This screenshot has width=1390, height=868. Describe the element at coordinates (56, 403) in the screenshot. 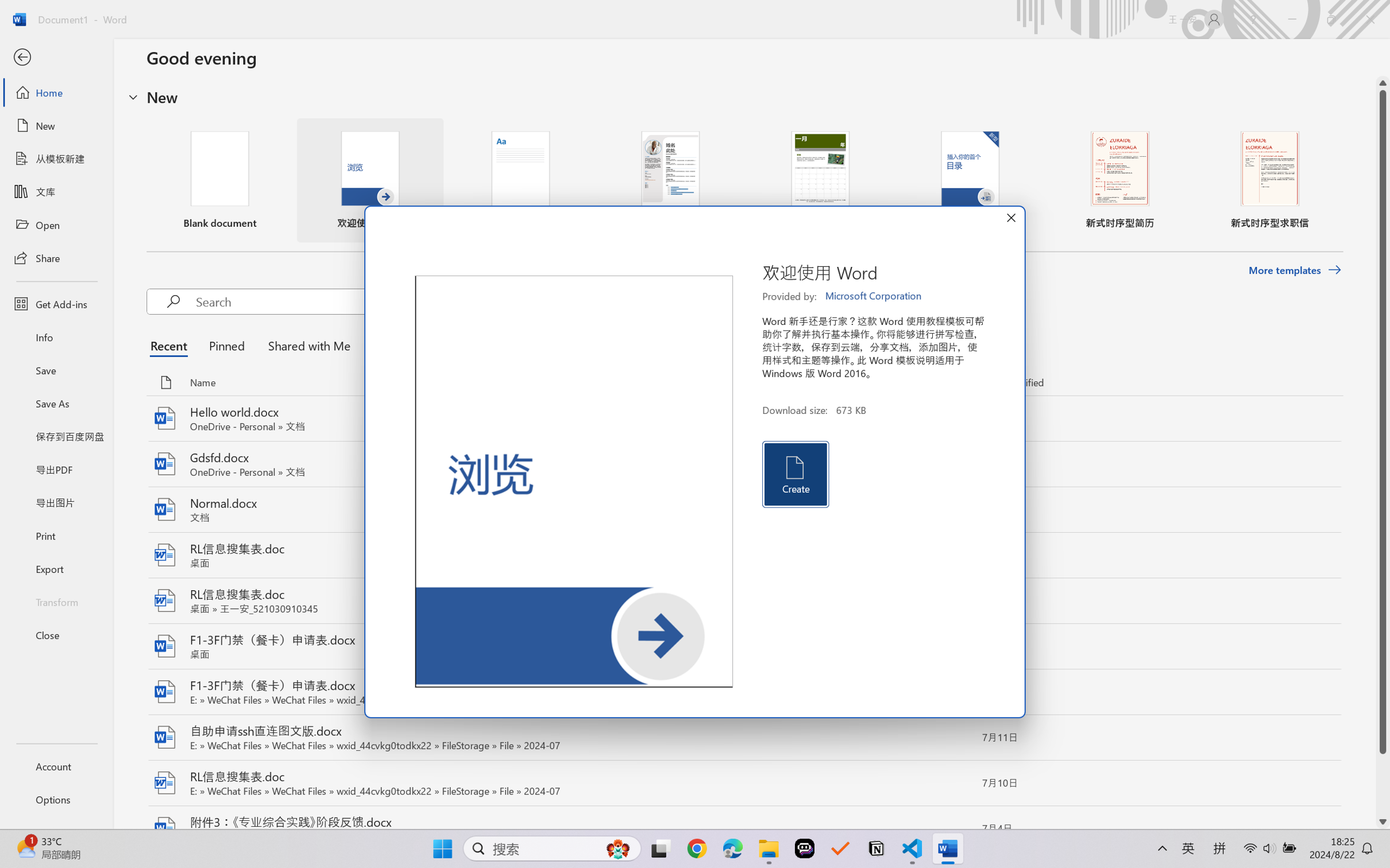

I see `'Save As'` at that location.